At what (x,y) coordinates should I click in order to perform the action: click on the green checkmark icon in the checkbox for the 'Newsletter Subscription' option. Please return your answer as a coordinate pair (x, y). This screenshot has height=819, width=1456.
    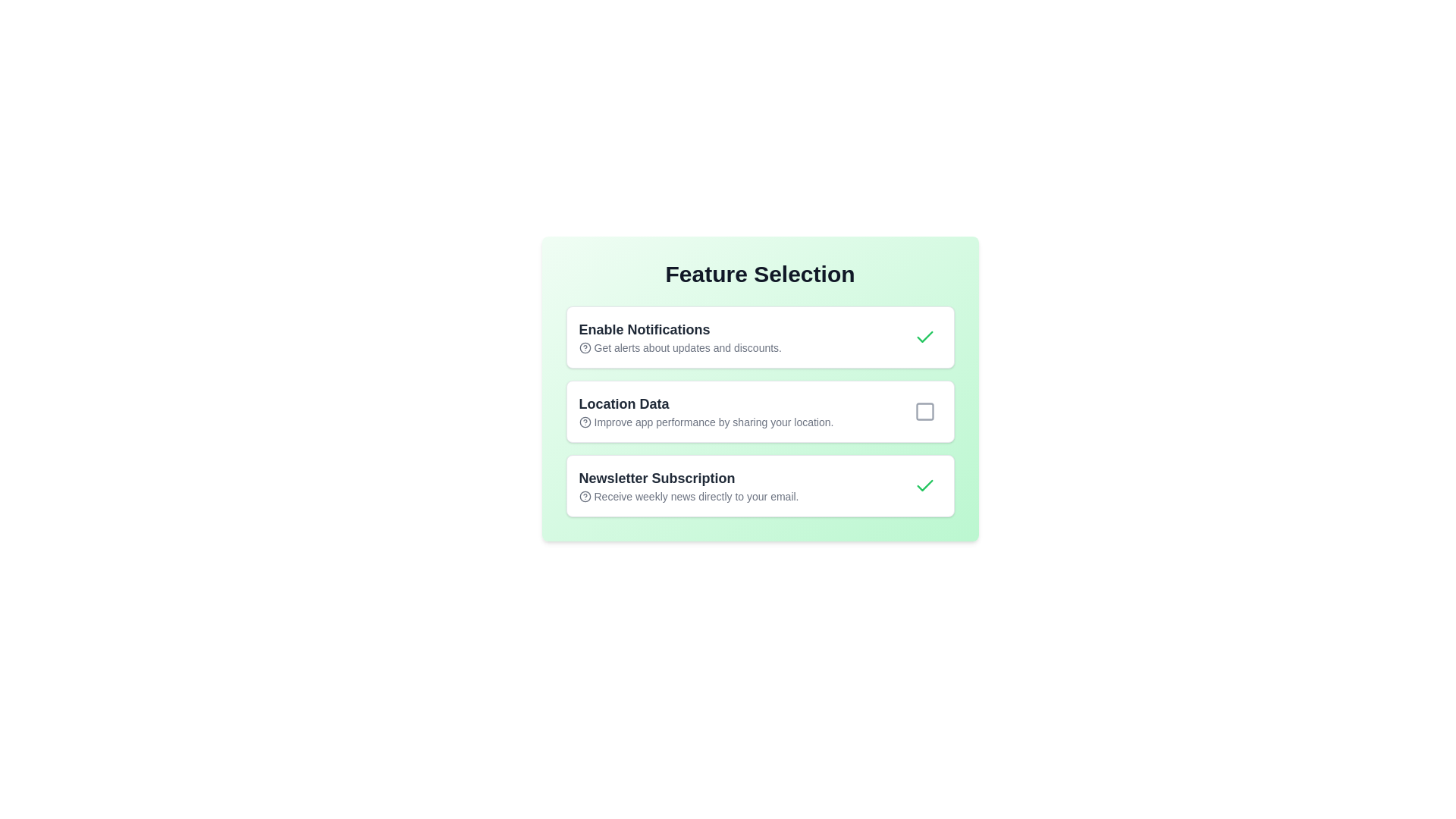
    Looking at the image, I should click on (924, 485).